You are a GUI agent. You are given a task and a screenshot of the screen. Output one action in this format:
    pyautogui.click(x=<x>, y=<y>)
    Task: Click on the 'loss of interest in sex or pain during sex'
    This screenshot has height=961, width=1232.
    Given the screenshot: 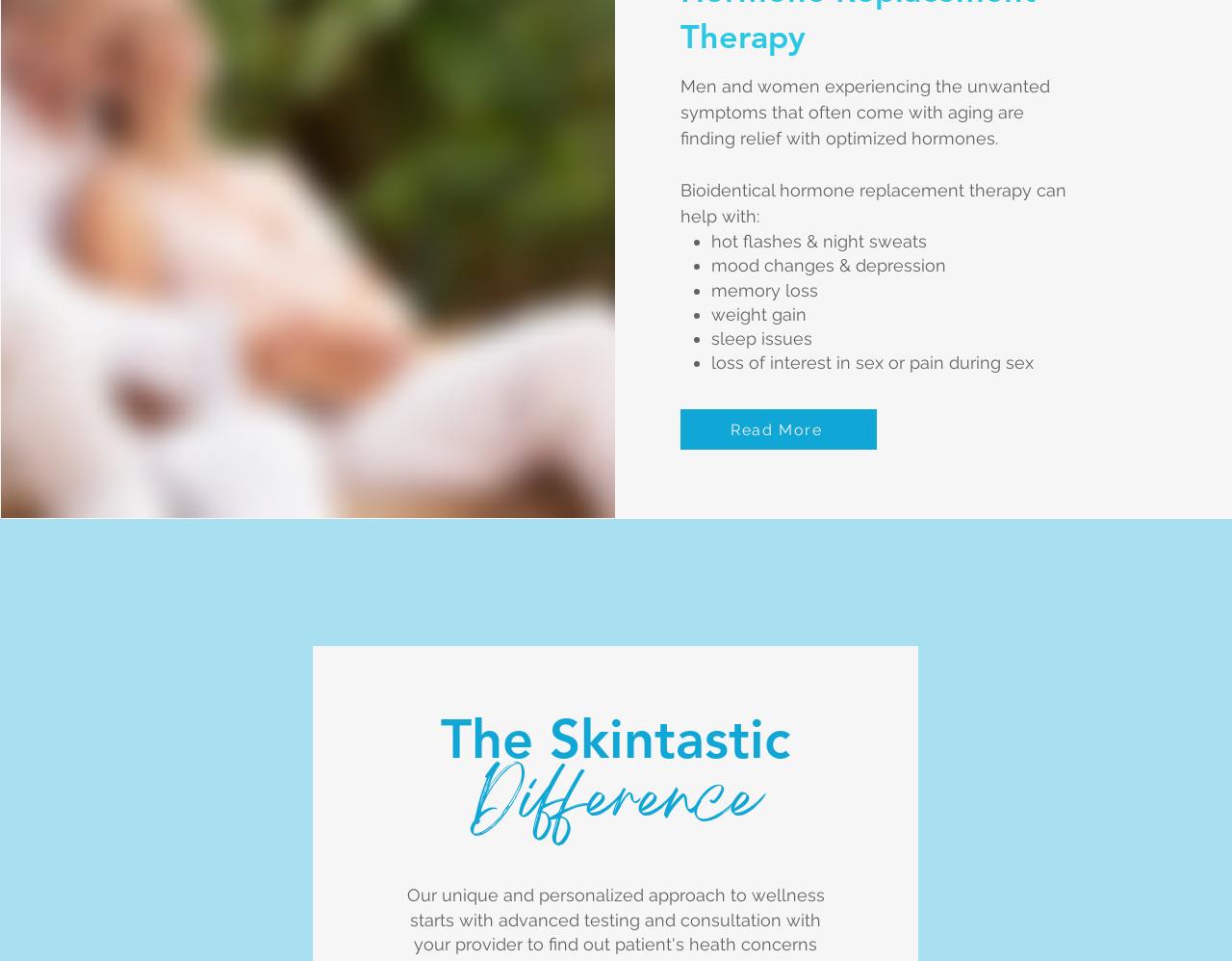 What is the action you would take?
    pyautogui.click(x=871, y=361)
    